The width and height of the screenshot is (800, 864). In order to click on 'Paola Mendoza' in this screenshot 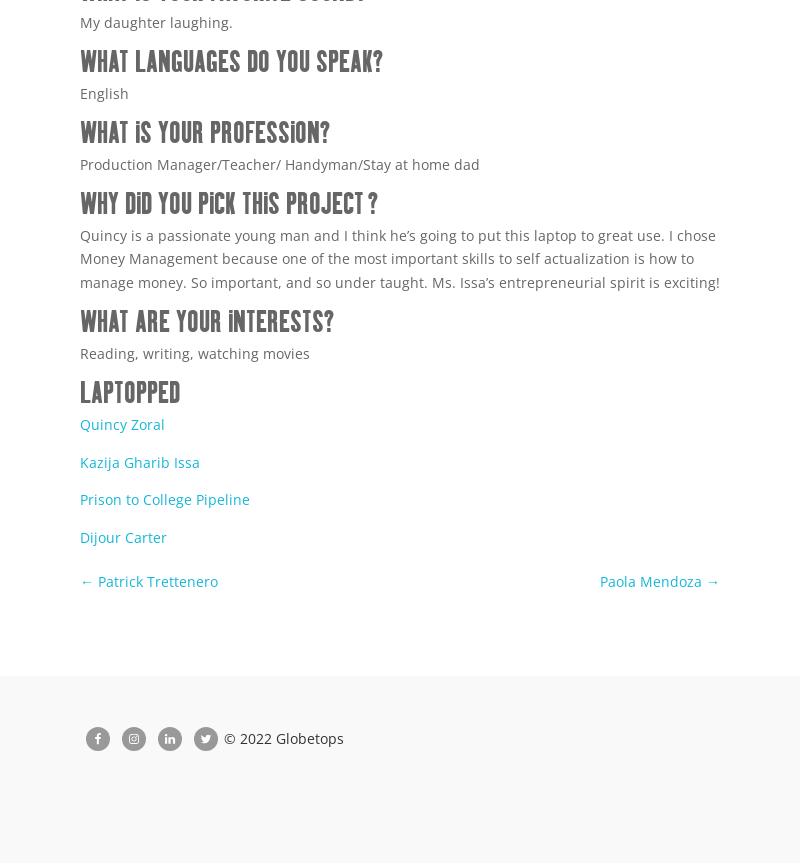, I will do `click(649, 579)`.